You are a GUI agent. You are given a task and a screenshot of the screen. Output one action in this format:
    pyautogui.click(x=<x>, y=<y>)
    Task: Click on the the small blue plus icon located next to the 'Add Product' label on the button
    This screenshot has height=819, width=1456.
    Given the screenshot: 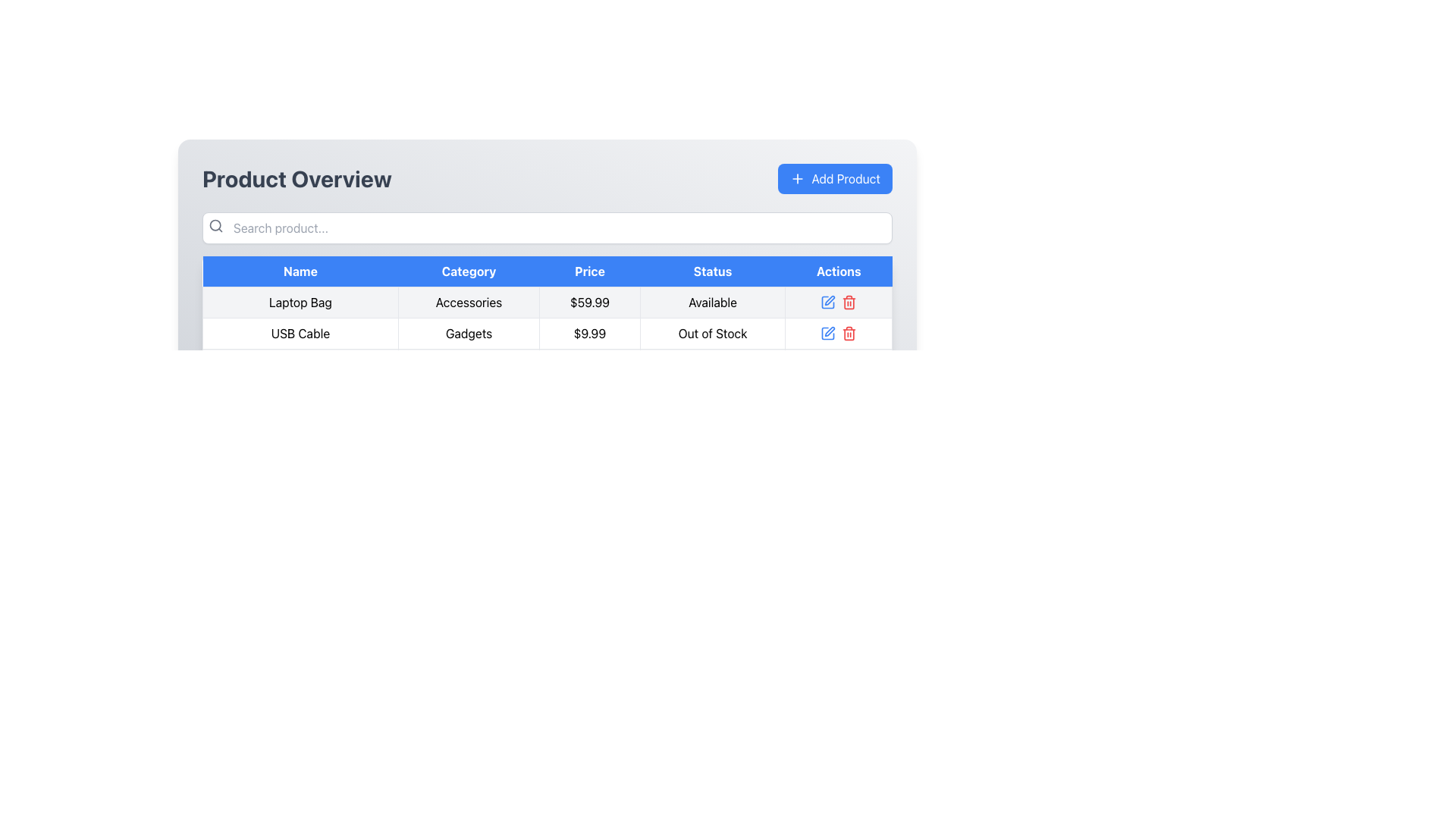 What is the action you would take?
    pyautogui.click(x=797, y=177)
    